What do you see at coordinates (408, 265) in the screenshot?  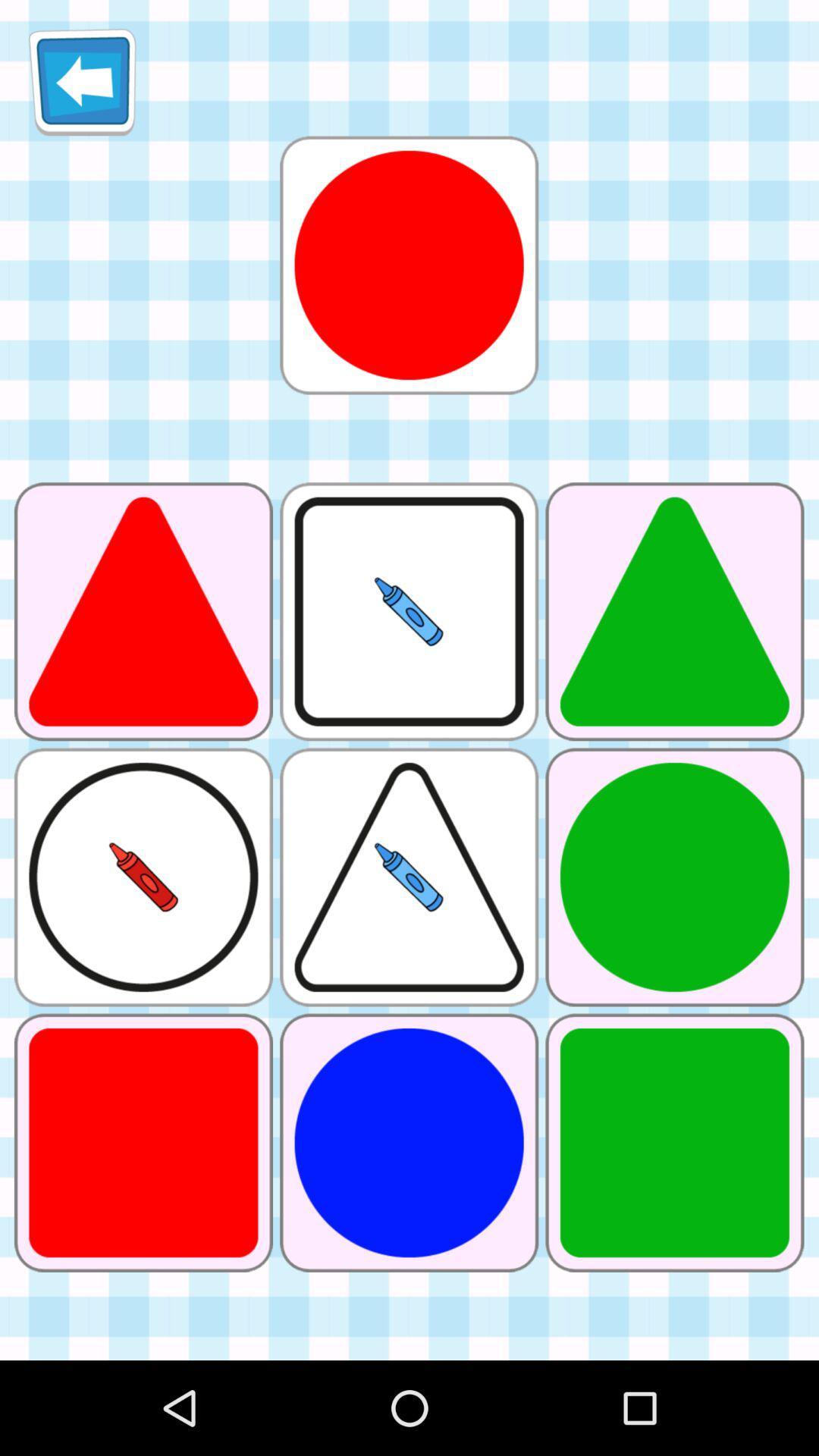 I see `this shape` at bounding box center [408, 265].